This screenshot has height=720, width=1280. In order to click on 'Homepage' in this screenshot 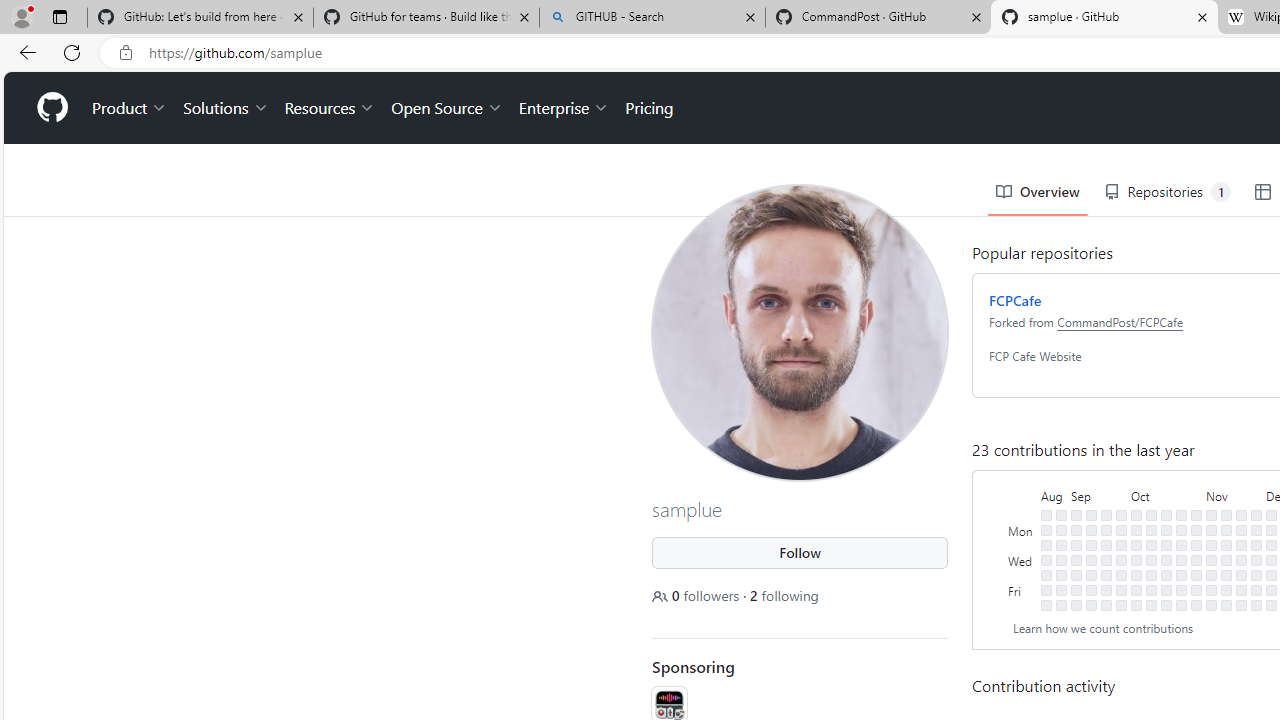, I will do `click(51, 108)`.